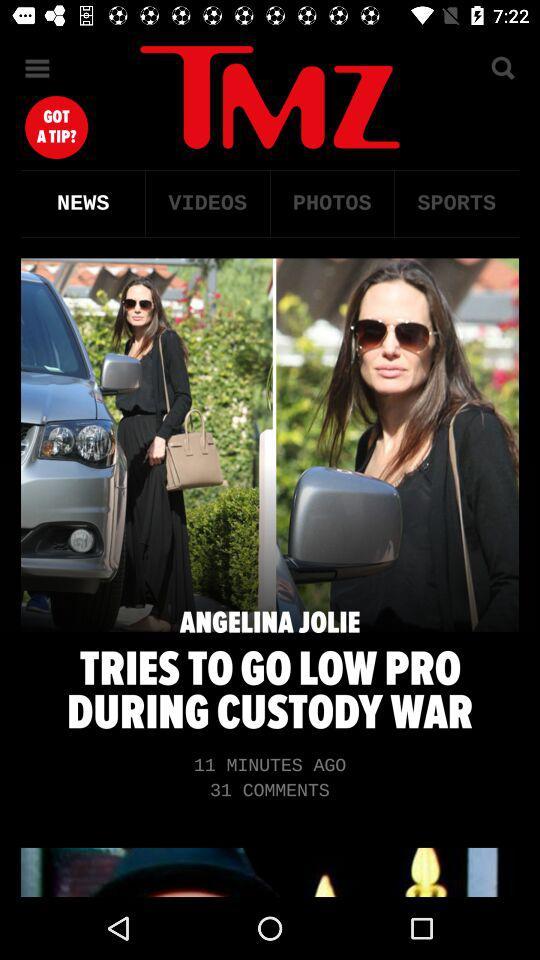  I want to click on the menu icon, so click(37, 68).